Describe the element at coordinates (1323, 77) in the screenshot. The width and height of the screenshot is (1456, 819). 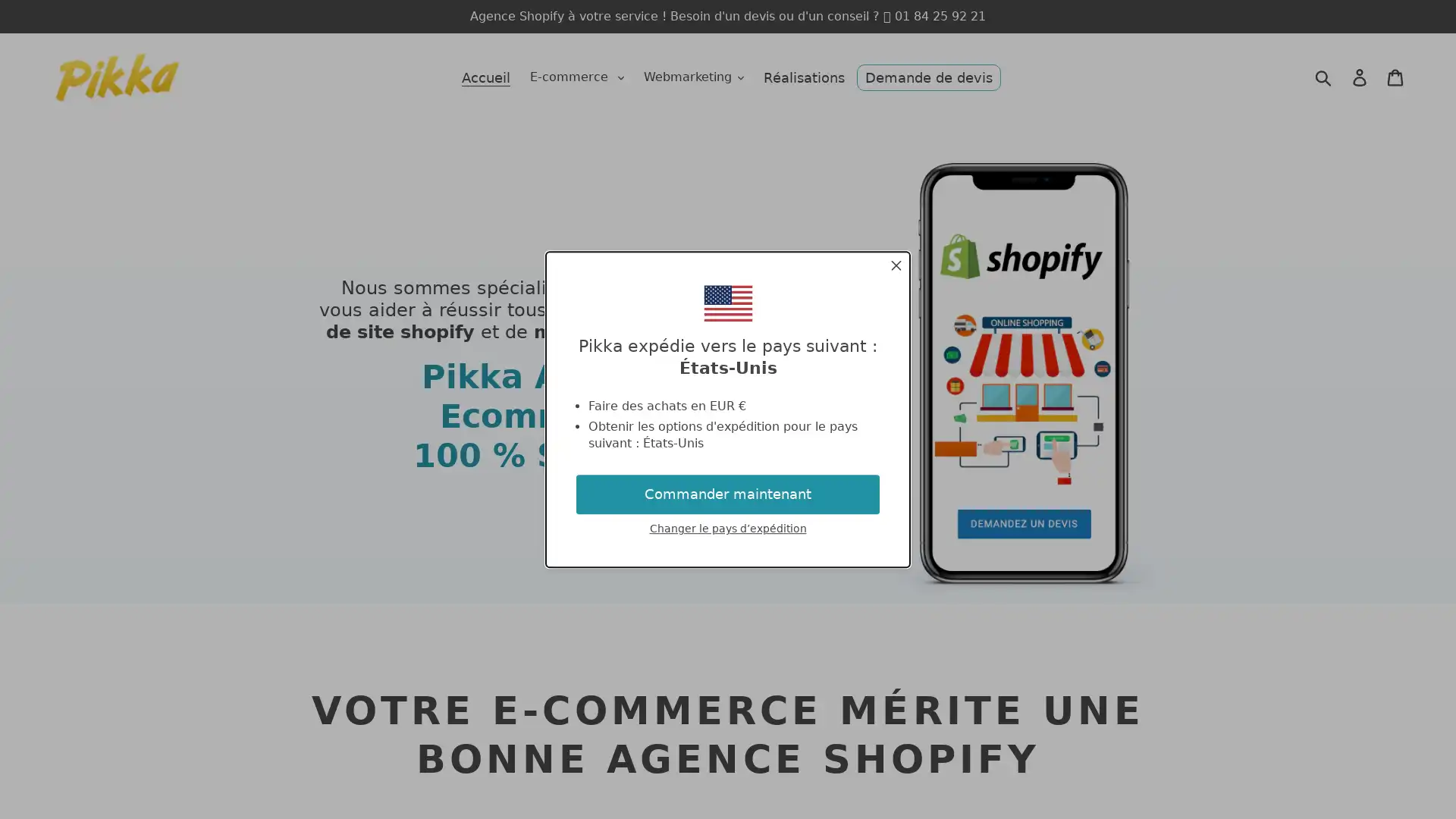
I see `Soumettre` at that location.